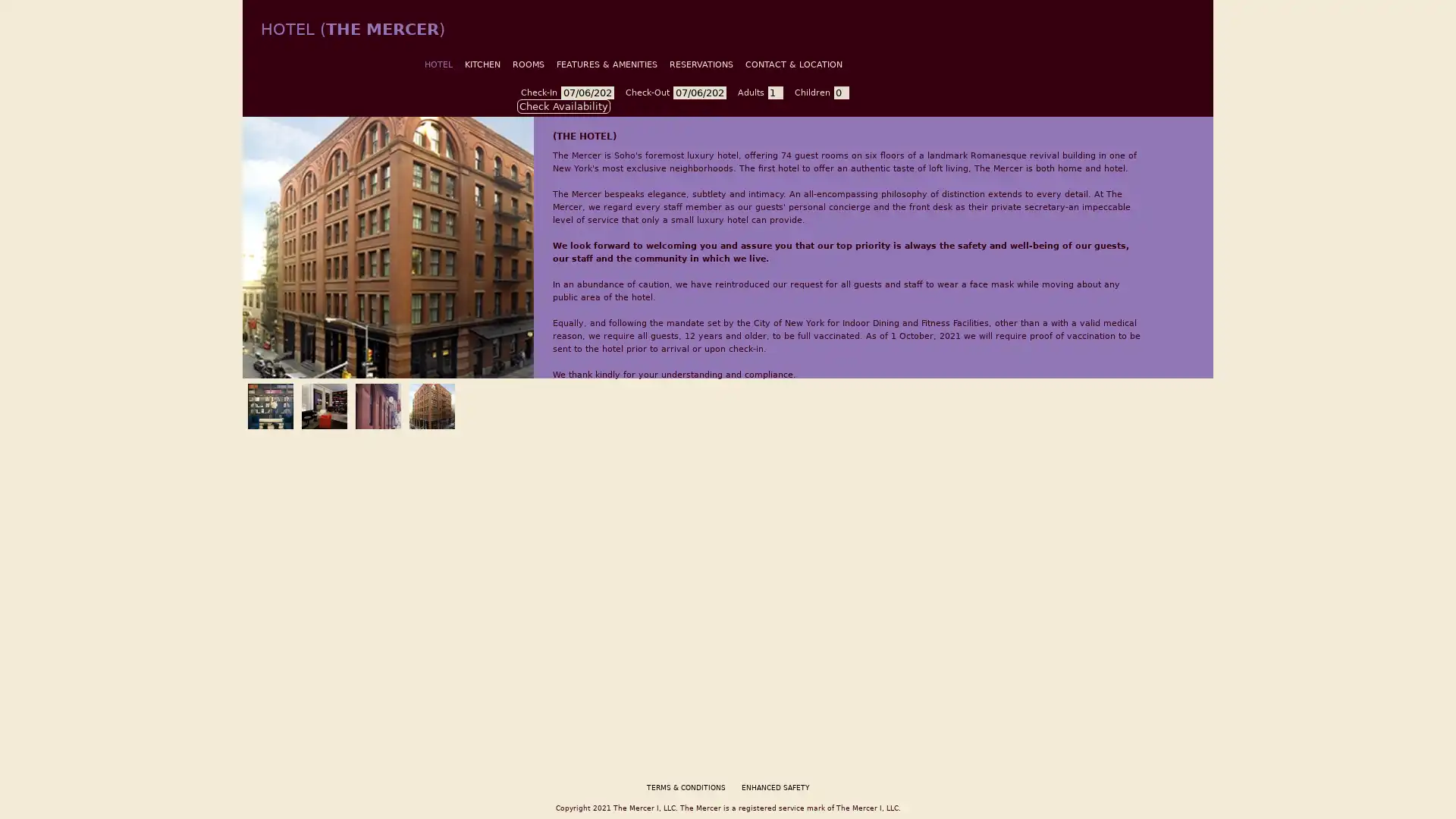 The width and height of the screenshot is (1456, 819). What do you see at coordinates (321, 403) in the screenshot?
I see `Hotel lobby` at bounding box center [321, 403].